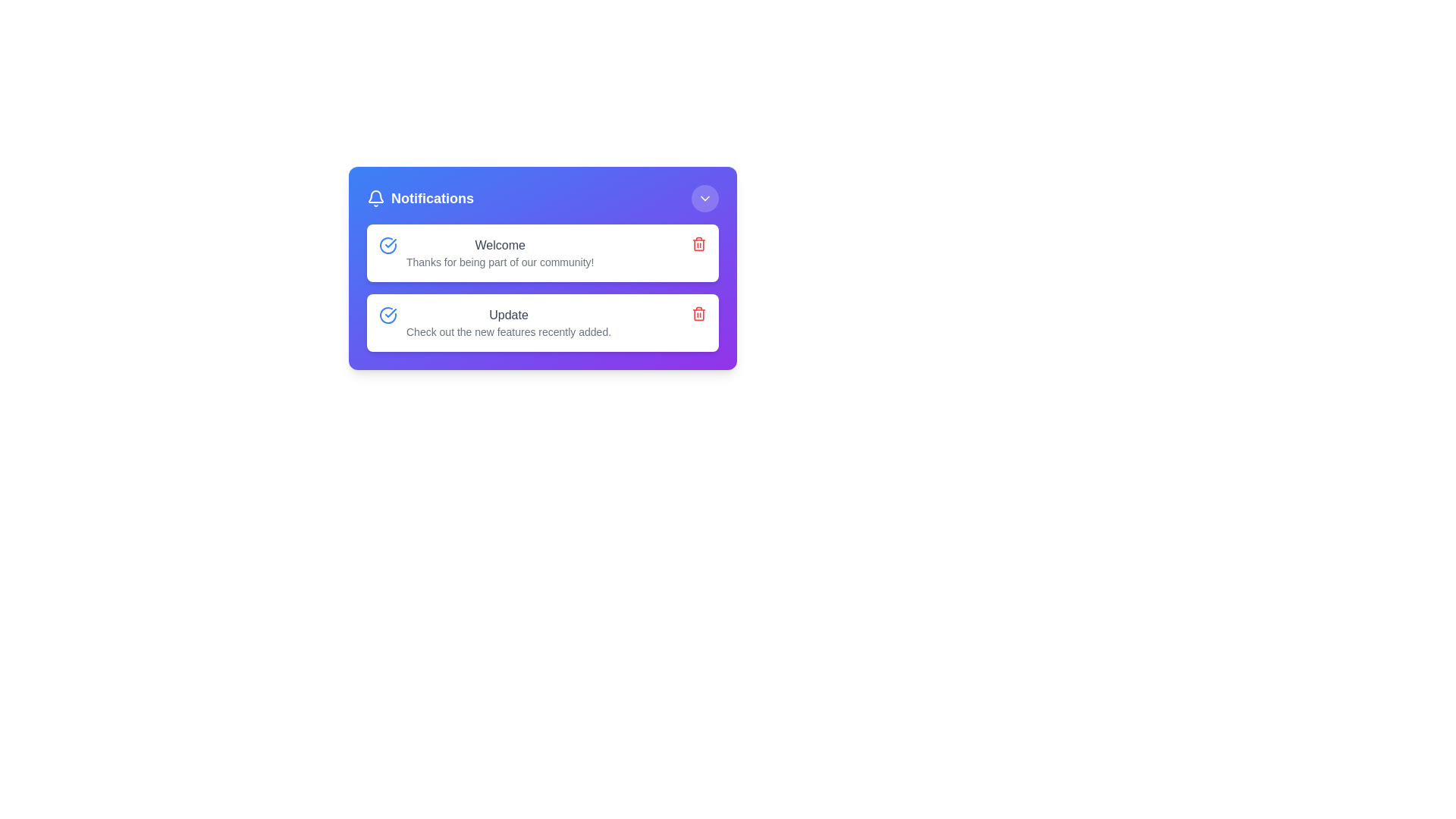  What do you see at coordinates (500, 245) in the screenshot?
I see `the static text element that serves as a header or title in the notification panel, located above the phrase 'Thanks for being part of our community!'` at bounding box center [500, 245].